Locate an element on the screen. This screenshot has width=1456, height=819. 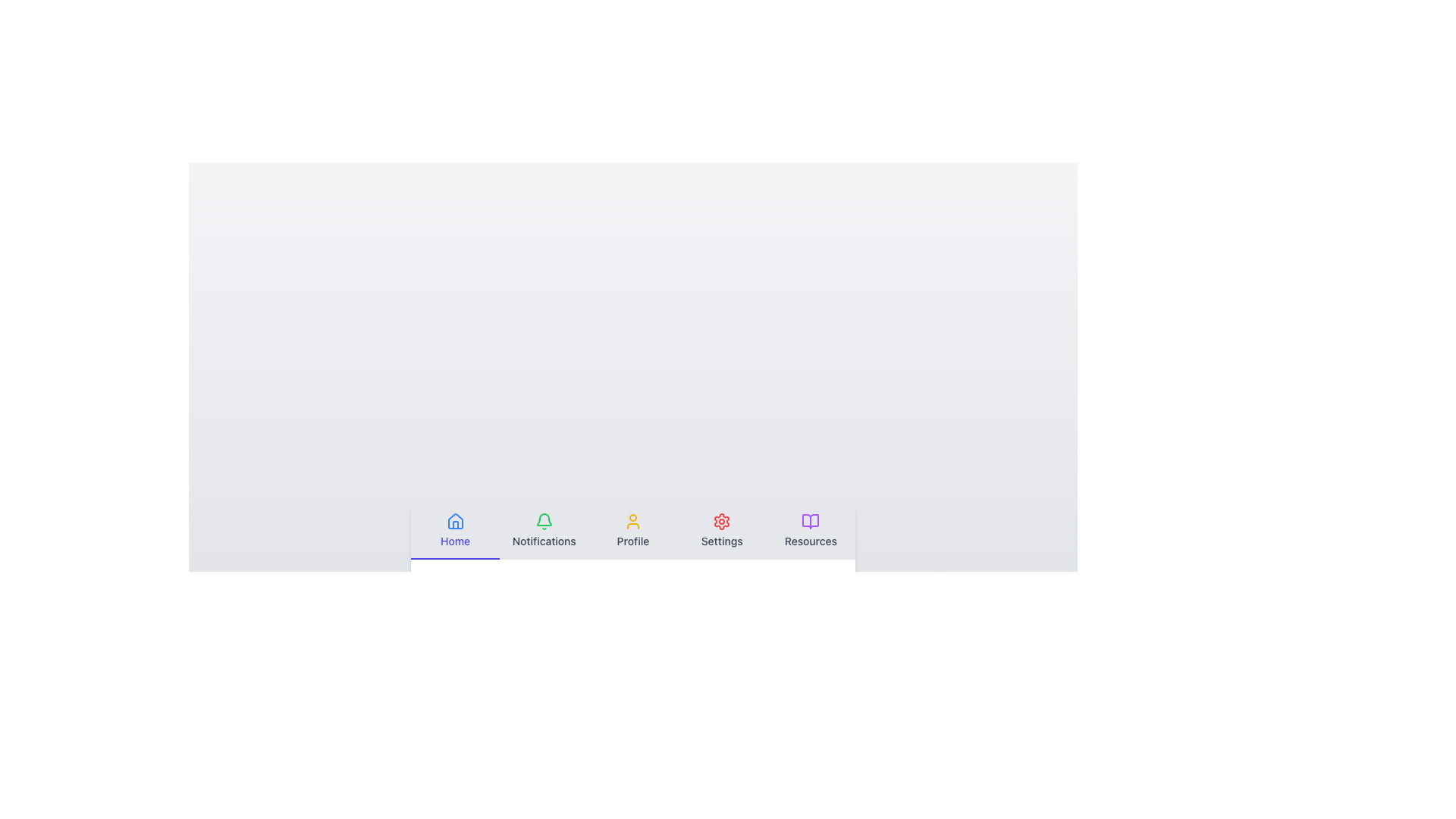
the Navigation button displaying a house icon and 'Home' label to trigger the tooltip is located at coordinates (454, 529).